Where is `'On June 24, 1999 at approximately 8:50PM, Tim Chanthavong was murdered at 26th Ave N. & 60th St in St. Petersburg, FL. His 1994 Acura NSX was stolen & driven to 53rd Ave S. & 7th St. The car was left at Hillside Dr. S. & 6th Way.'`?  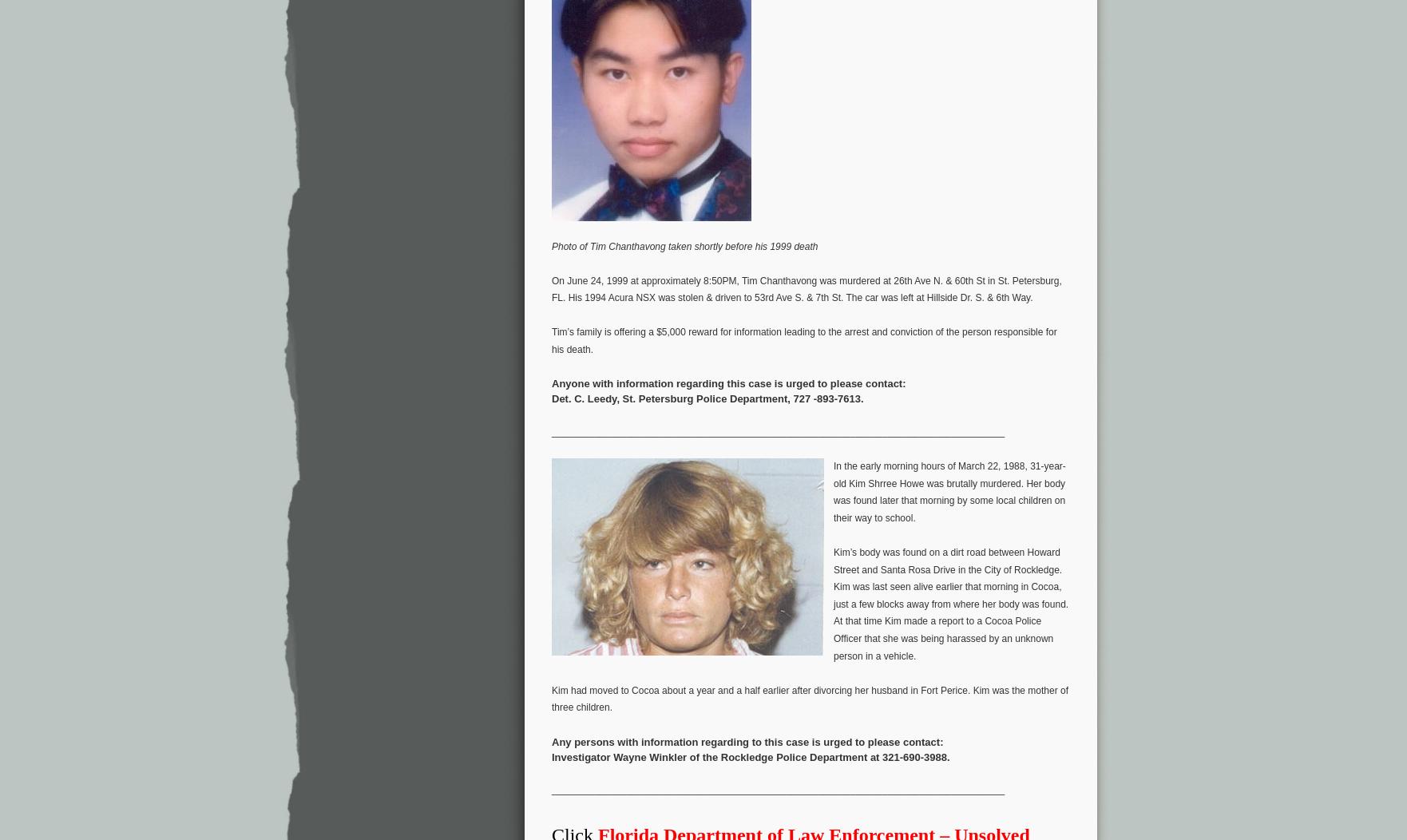
'On June 24, 1999 at approximately 8:50PM, Tim Chanthavong was murdered at 26th Ave N. & 60th St in St. Petersburg, FL. His 1994 Acura NSX was stolen & driven to 53rd Ave S. & 7th St. The car was left at Hillside Dr. S. & 6th Way.' is located at coordinates (806, 288).